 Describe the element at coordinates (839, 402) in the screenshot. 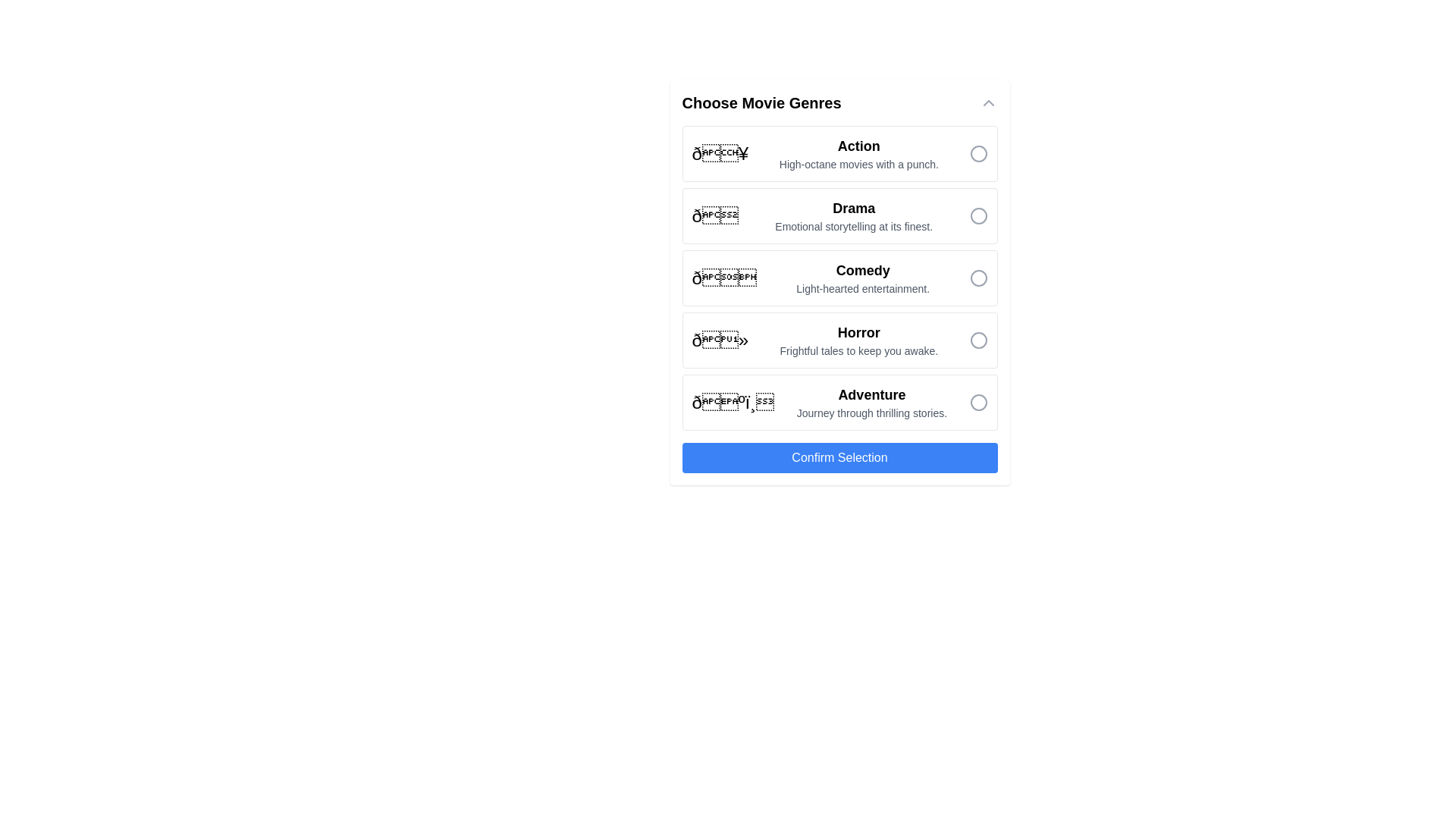

I see `the 'Adventure' movie genre radio button card` at that location.